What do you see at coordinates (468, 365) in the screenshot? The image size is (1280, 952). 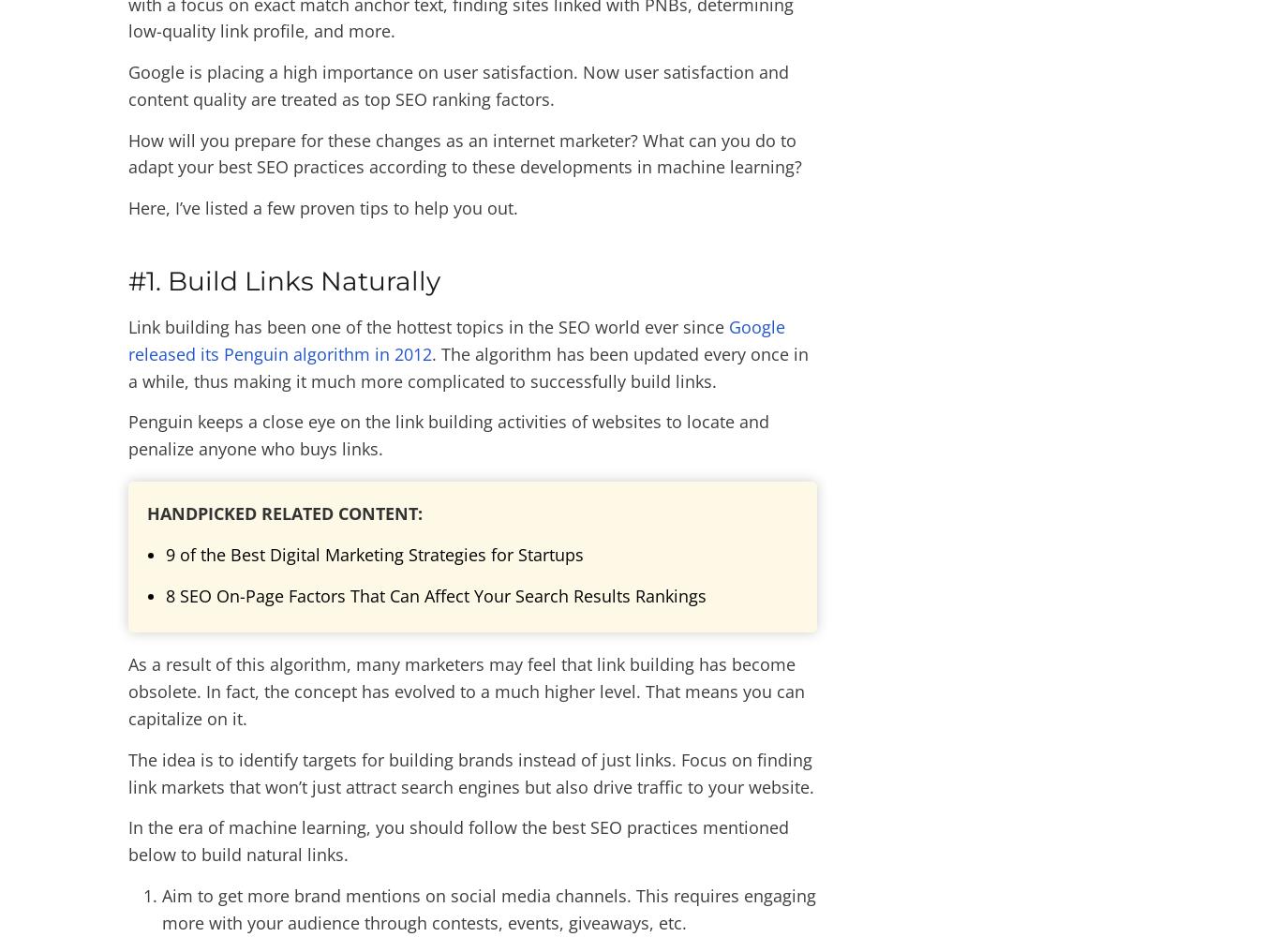 I see `'. The algorithm has been updated every once in a while, thus making it much more complicated to successfully build links.'` at bounding box center [468, 365].